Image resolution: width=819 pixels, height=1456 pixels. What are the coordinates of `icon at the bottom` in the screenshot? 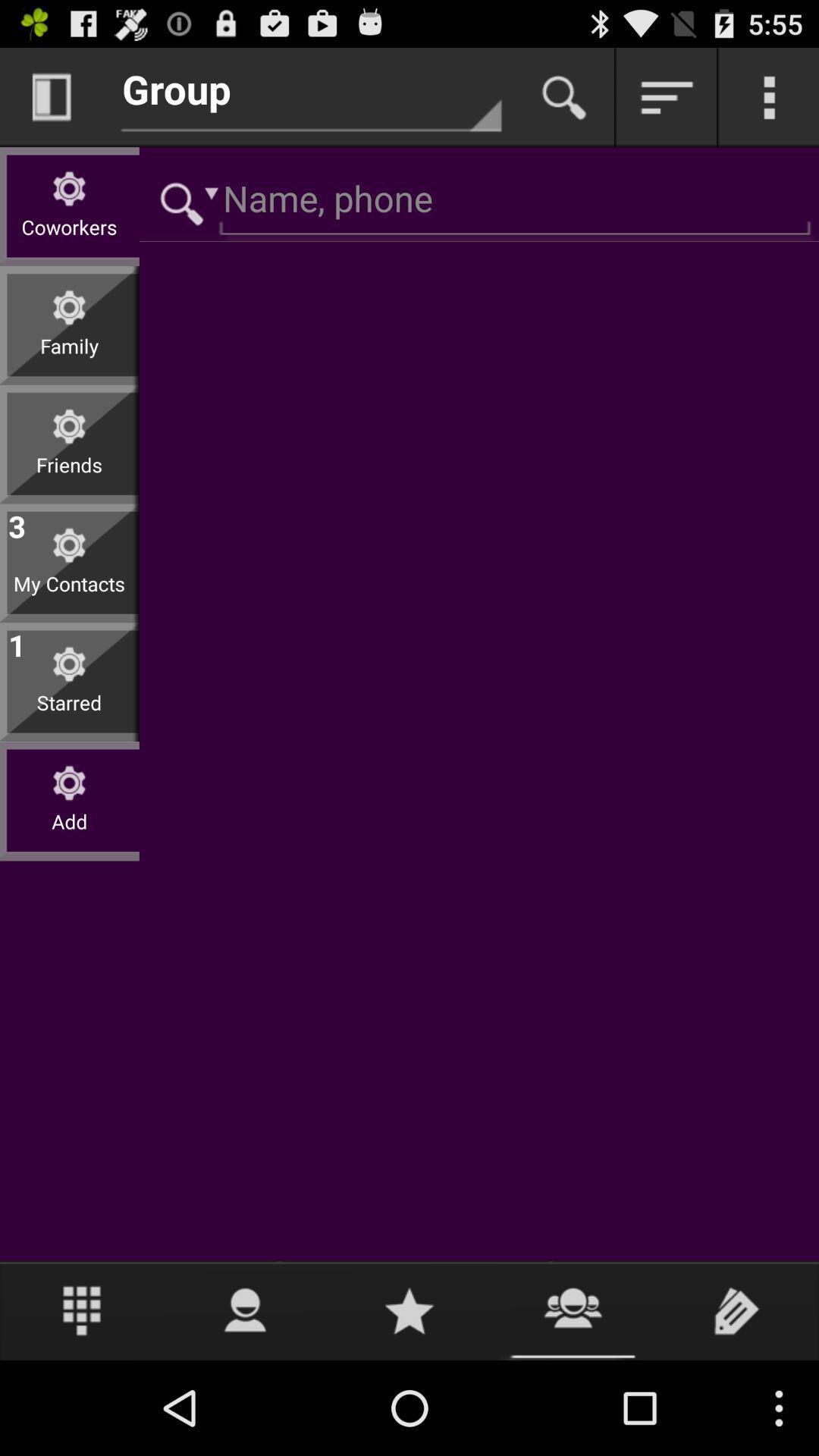 It's located at (409, 1310).